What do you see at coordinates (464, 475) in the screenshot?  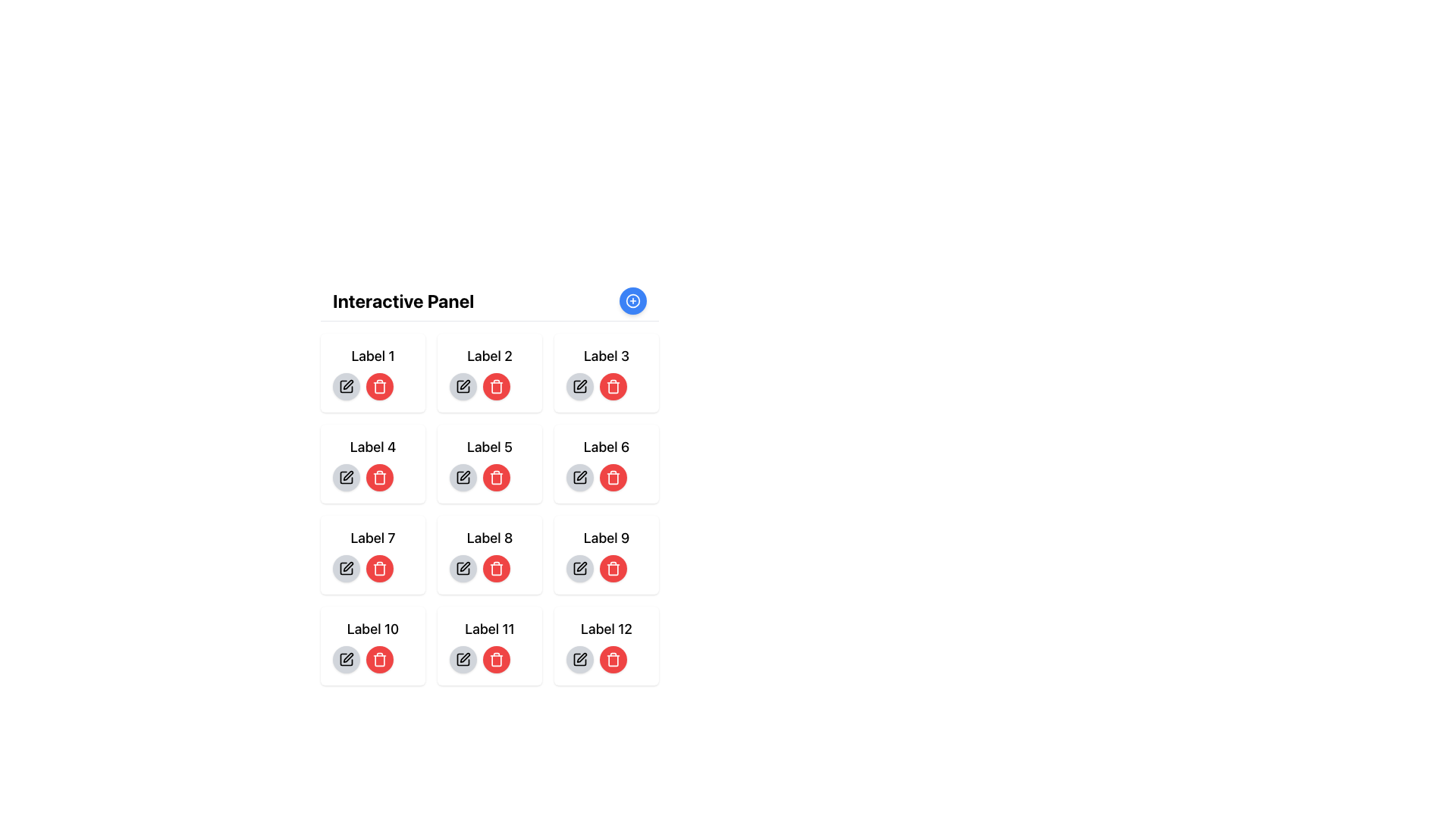 I see `the editing tool icon button located in the fifth grid cell under 'Label 5'` at bounding box center [464, 475].